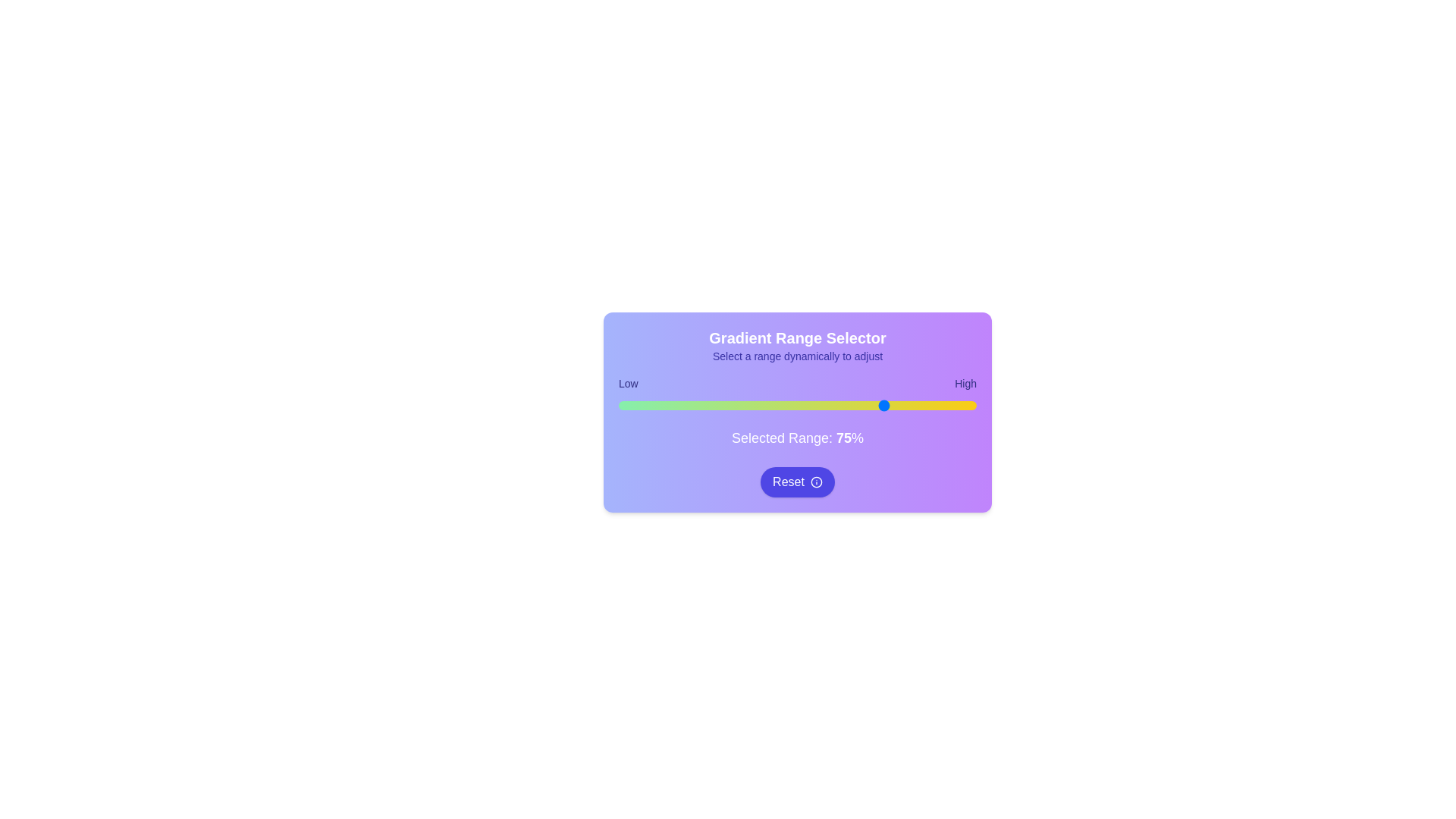 This screenshot has width=1456, height=819. Describe the element at coordinates (796, 482) in the screenshot. I see `the 'Reset' button to reset the range to 50%` at that location.